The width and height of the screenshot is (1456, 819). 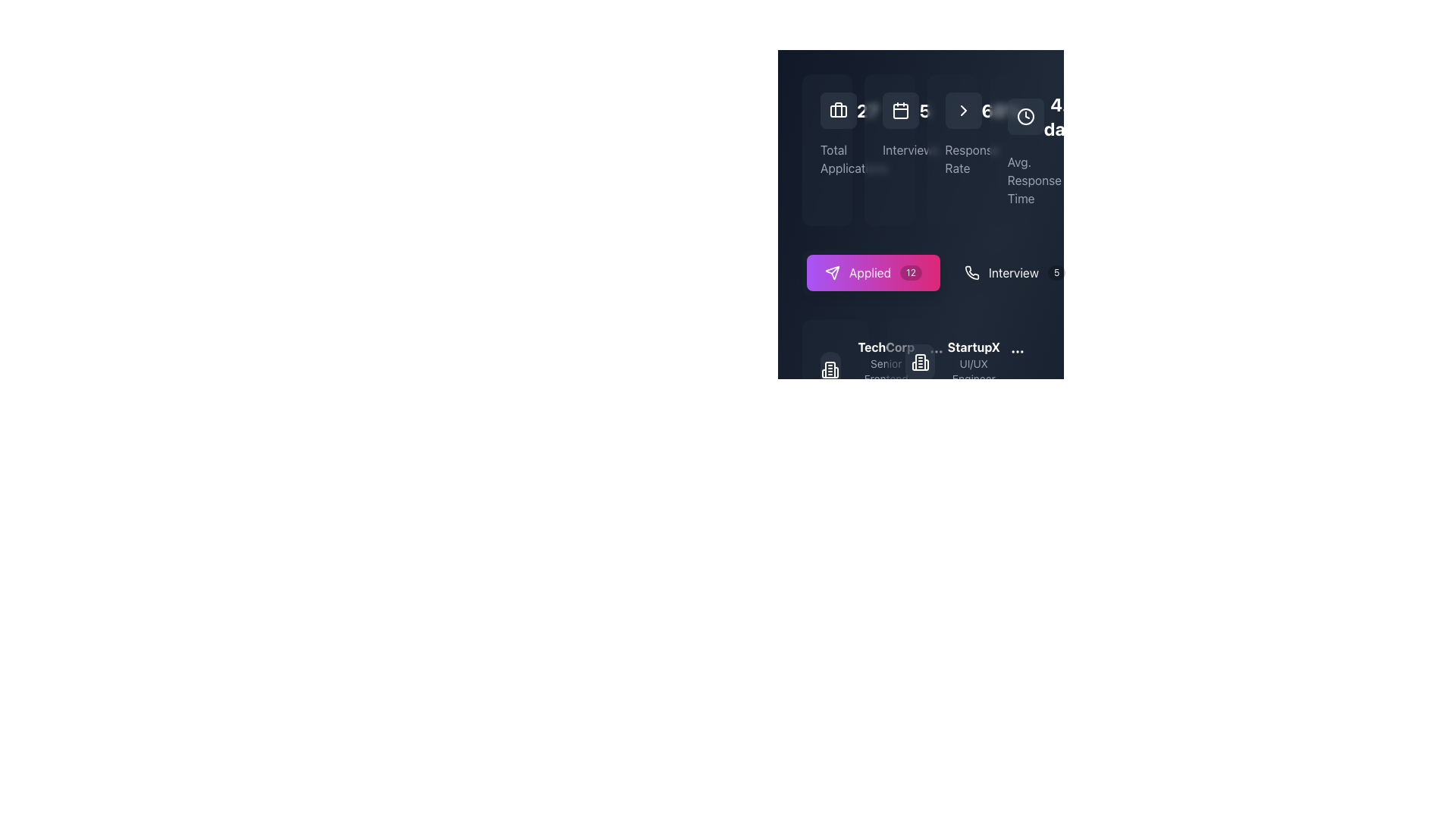 I want to click on the static text component displaying the number '5', which is styled as a statistic indicator and aligned with a calendar icon to its left and the word 'Interviews' below, so click(x=890, y=110).